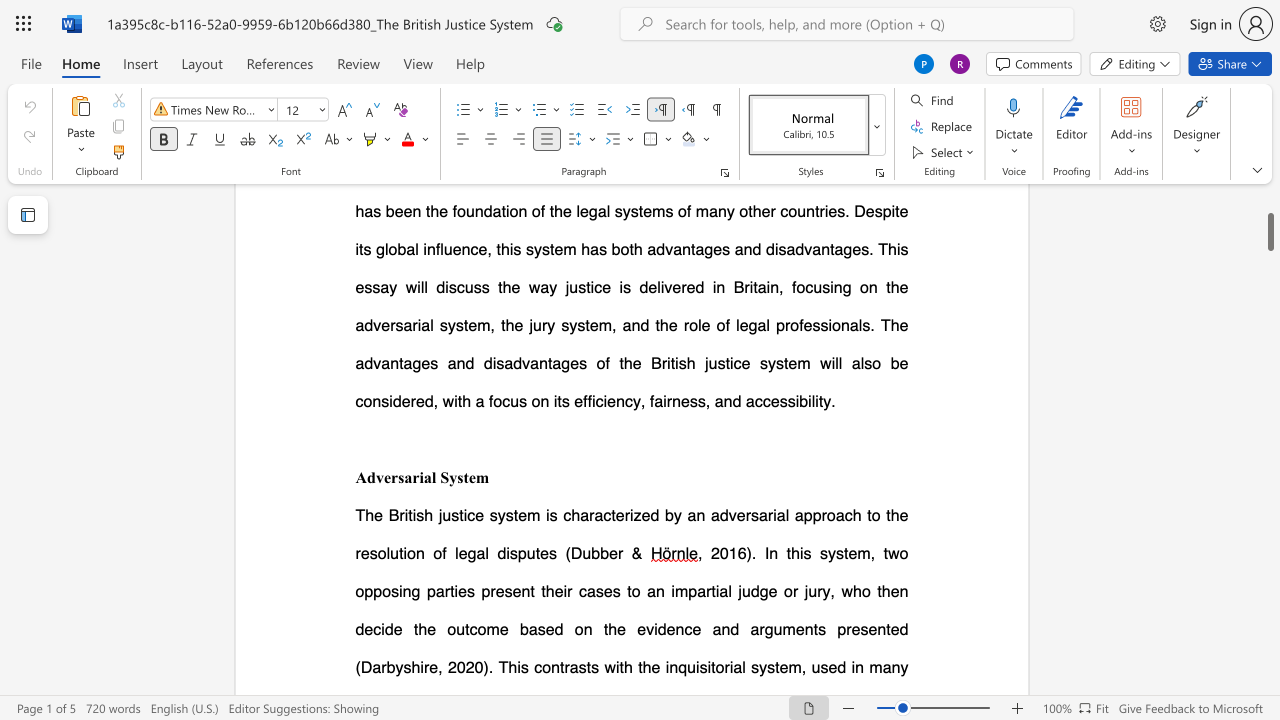  What do you see at coordinates (430, 477) in the screenshot?
I see `the space between the continuous character "a" and "l" in the text` at bounding box center [430, 477].